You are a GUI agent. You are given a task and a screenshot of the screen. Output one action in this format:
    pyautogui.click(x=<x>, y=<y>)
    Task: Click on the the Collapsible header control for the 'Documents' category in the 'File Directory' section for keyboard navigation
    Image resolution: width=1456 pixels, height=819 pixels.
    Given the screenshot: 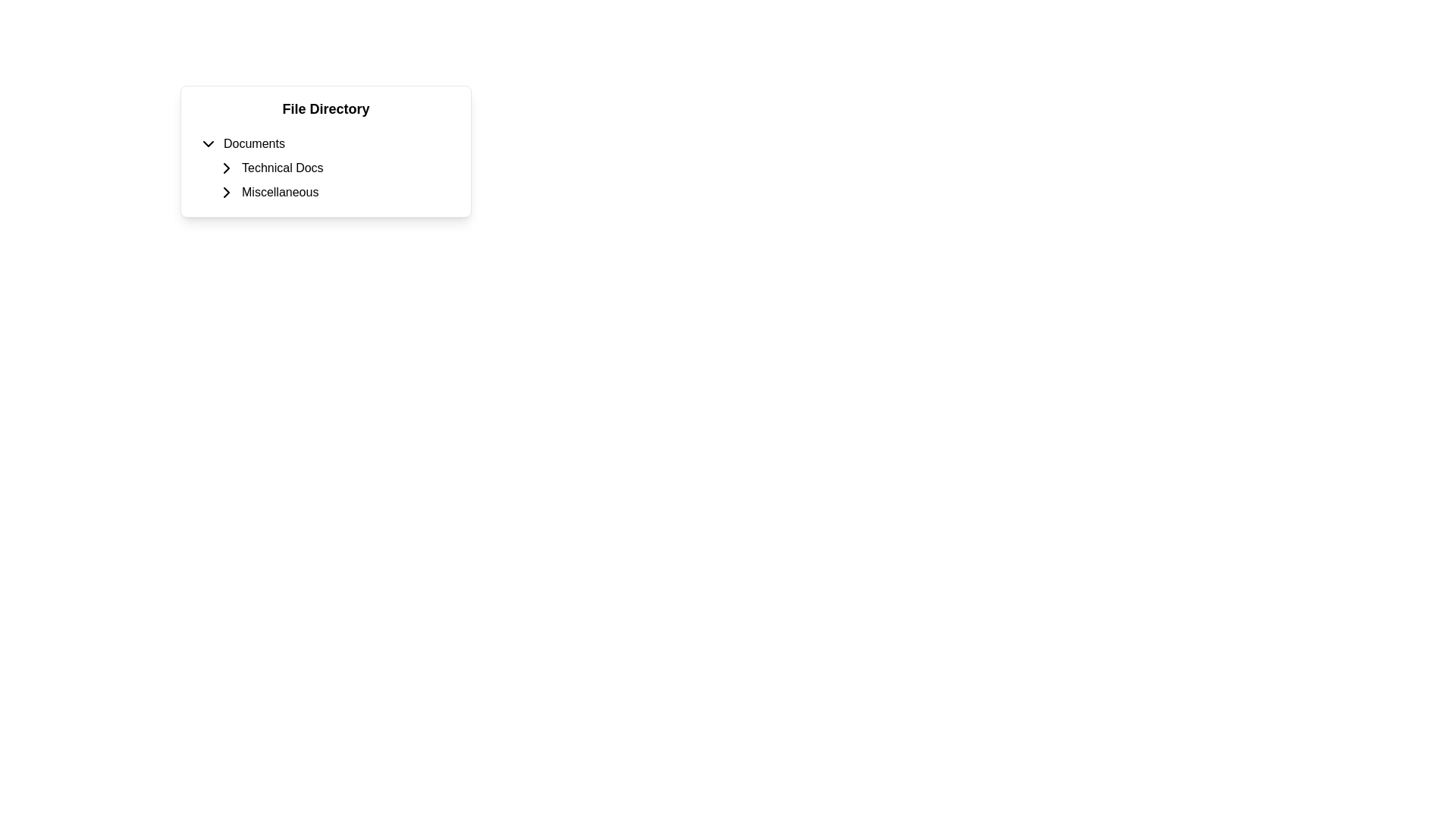 What is the action you would take?
    pyautogui.click(x=325, y=143)
    